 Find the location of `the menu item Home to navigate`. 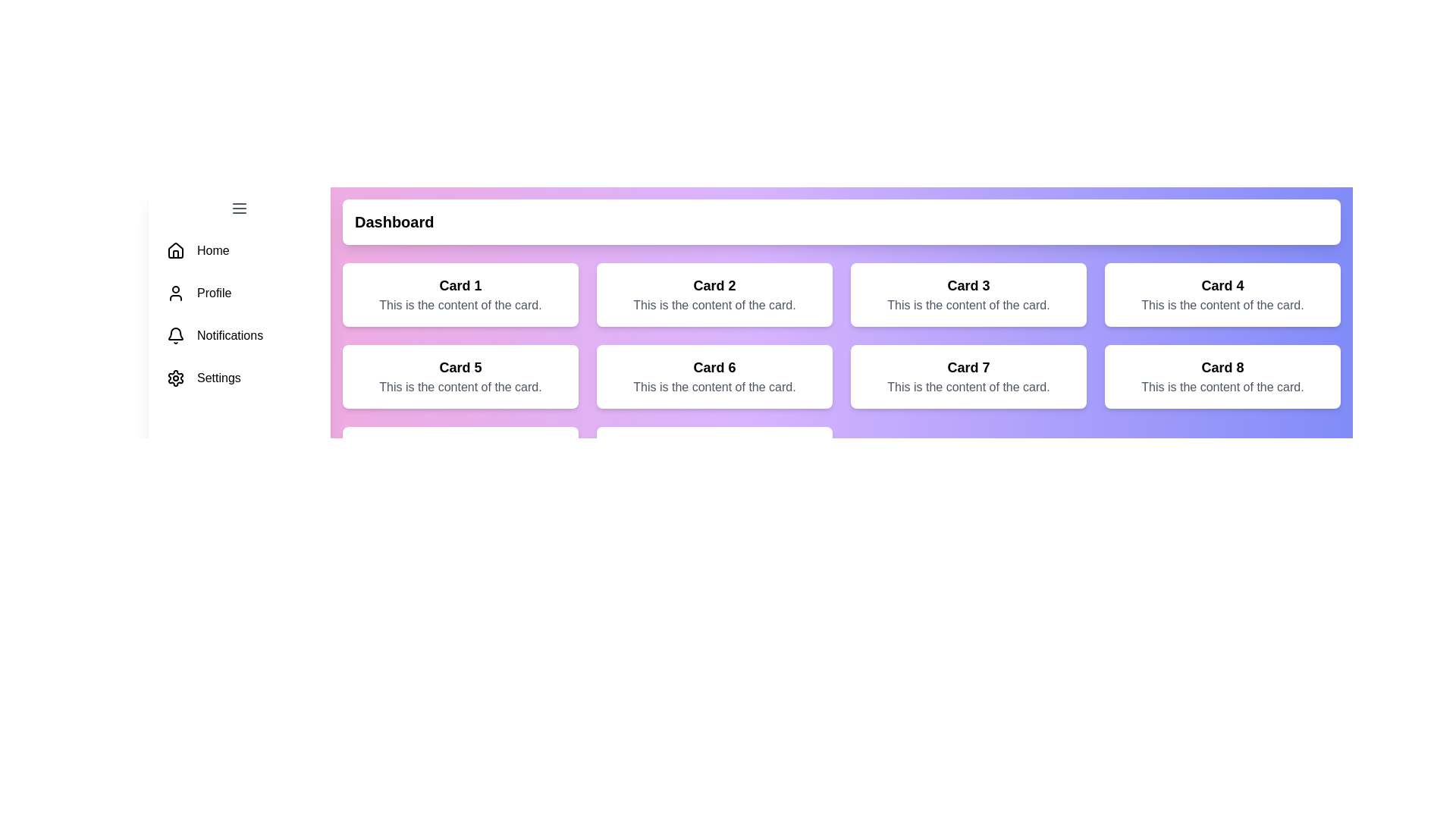

the menu item Home to navigate is located at coordinates (239, 250).